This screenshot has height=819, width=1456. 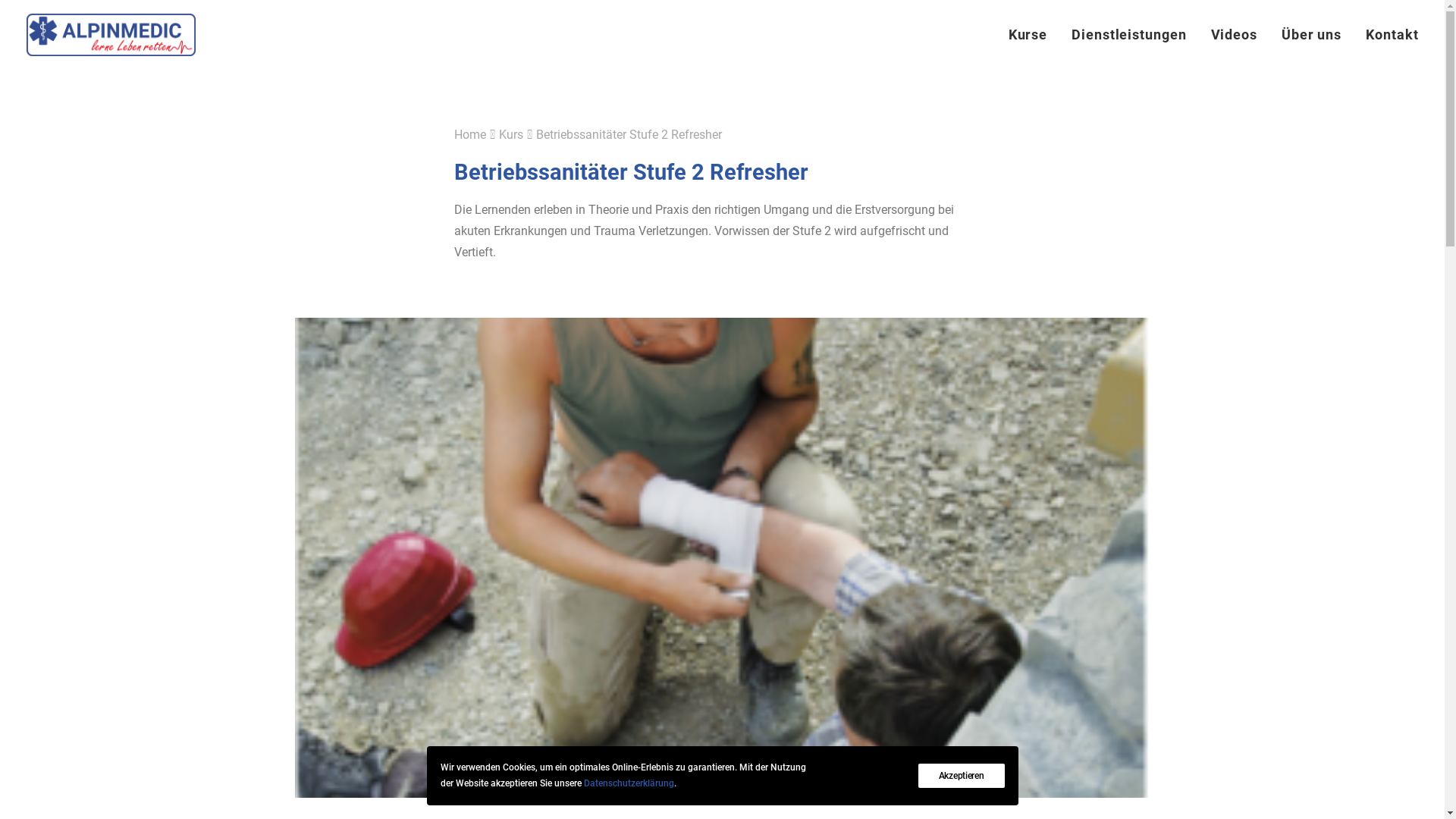 What do you see at coordinates (510, 133) in the screenshot?
I see `'Kurs'` at bounding box center [510, 133].